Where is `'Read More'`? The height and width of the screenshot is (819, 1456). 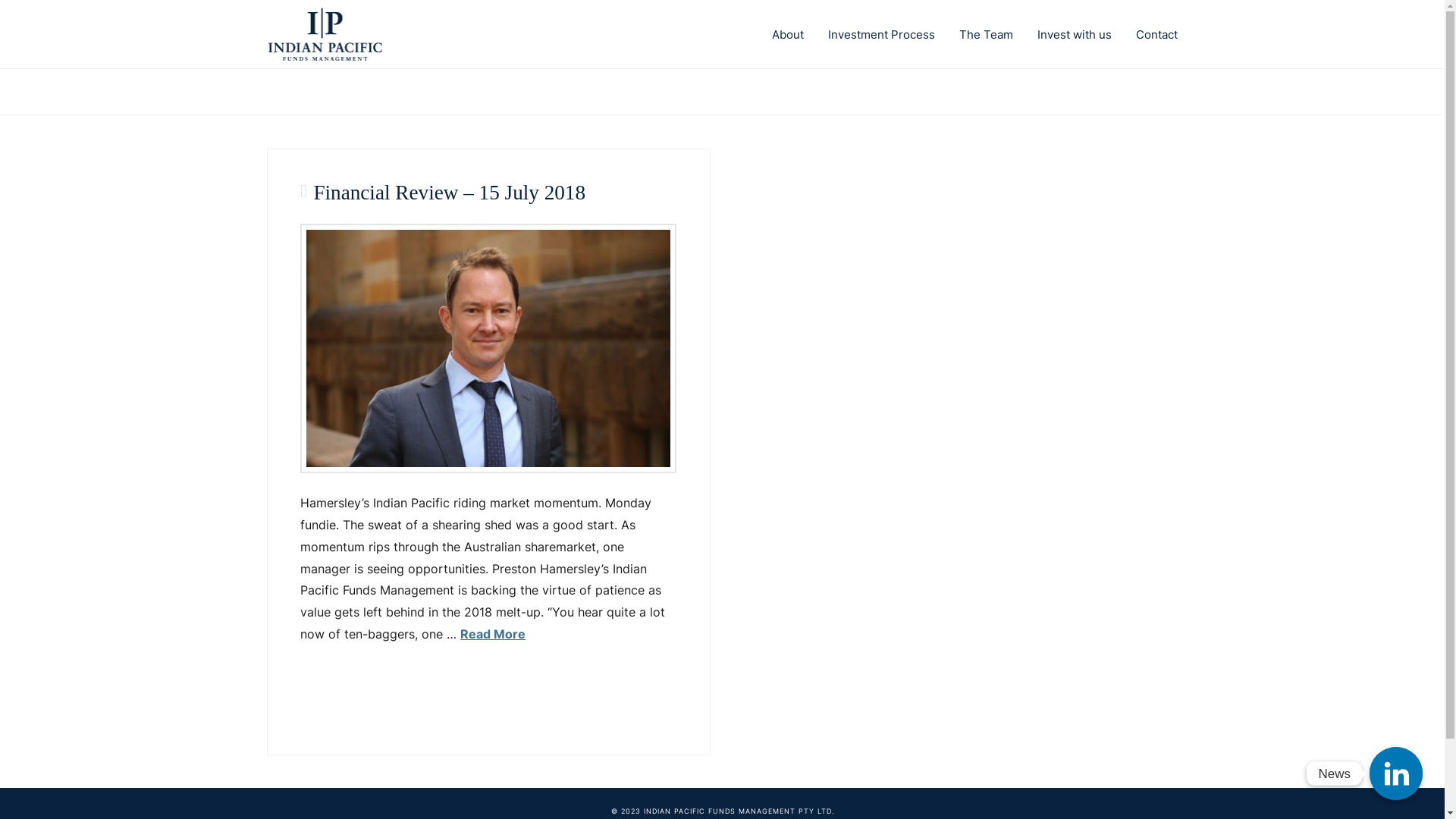
'Read More' is located at coordinates (492, 634).